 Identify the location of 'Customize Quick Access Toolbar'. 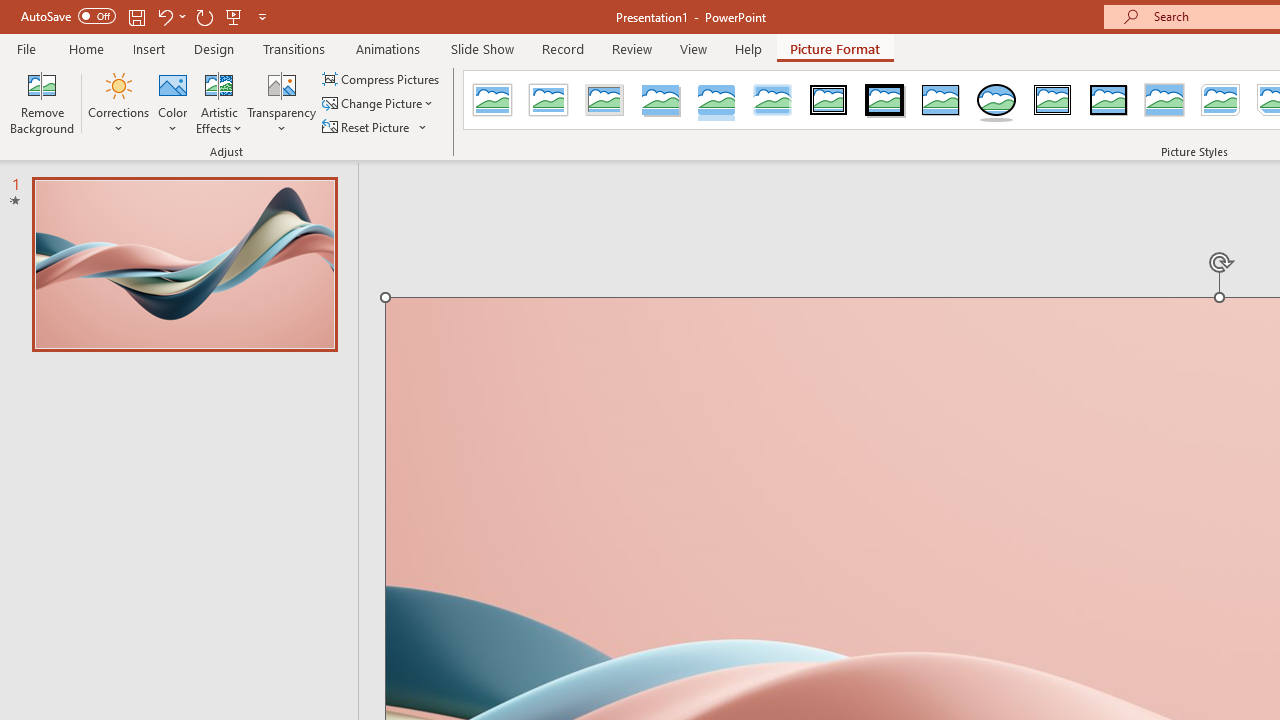
(262, 16).